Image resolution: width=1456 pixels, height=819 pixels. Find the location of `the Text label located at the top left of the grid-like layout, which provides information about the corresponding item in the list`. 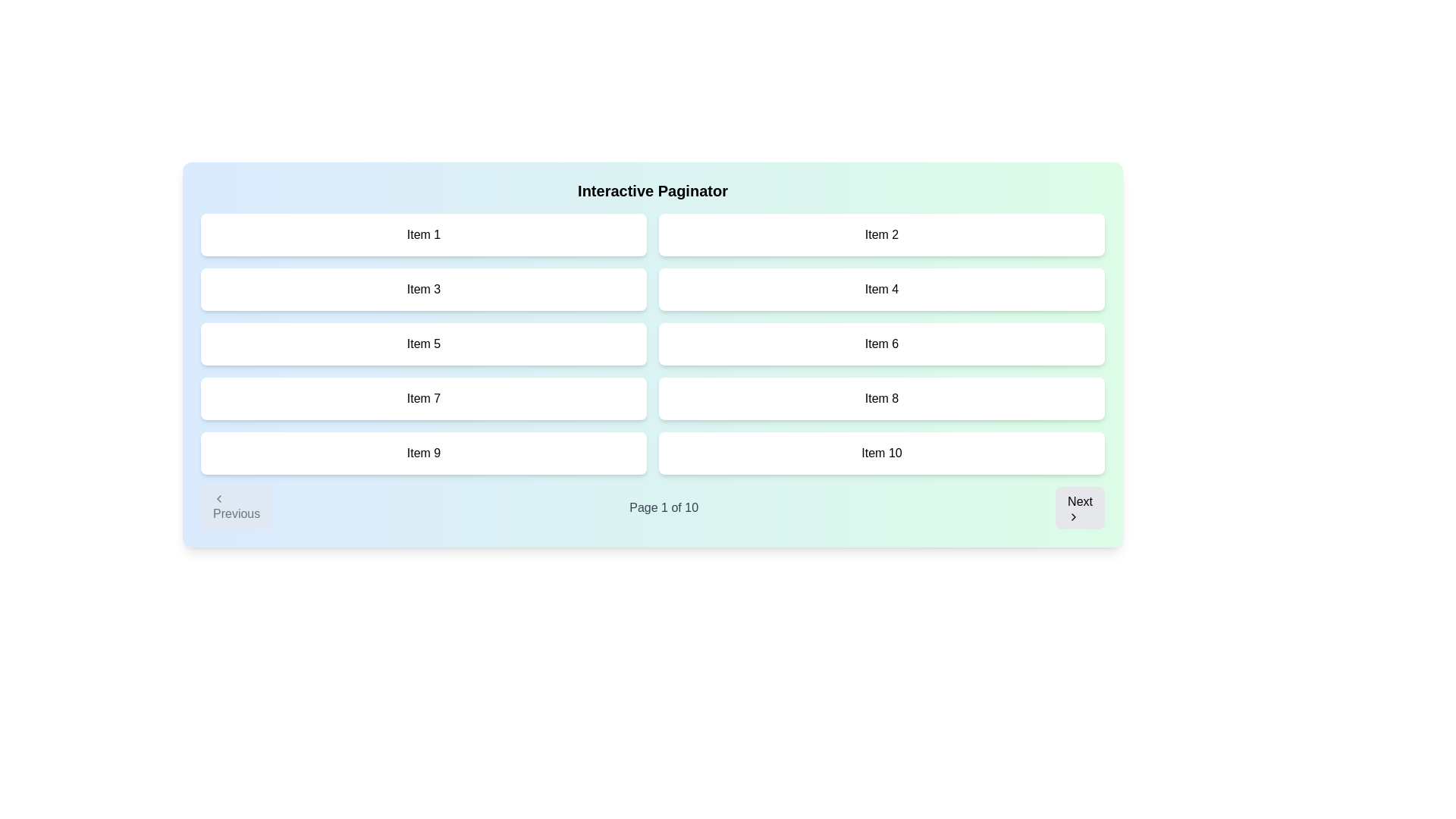

the Text label located at the top left of the grid-like layout, which provides information about the corresponding item in the list is located at coordinates (423, 234).